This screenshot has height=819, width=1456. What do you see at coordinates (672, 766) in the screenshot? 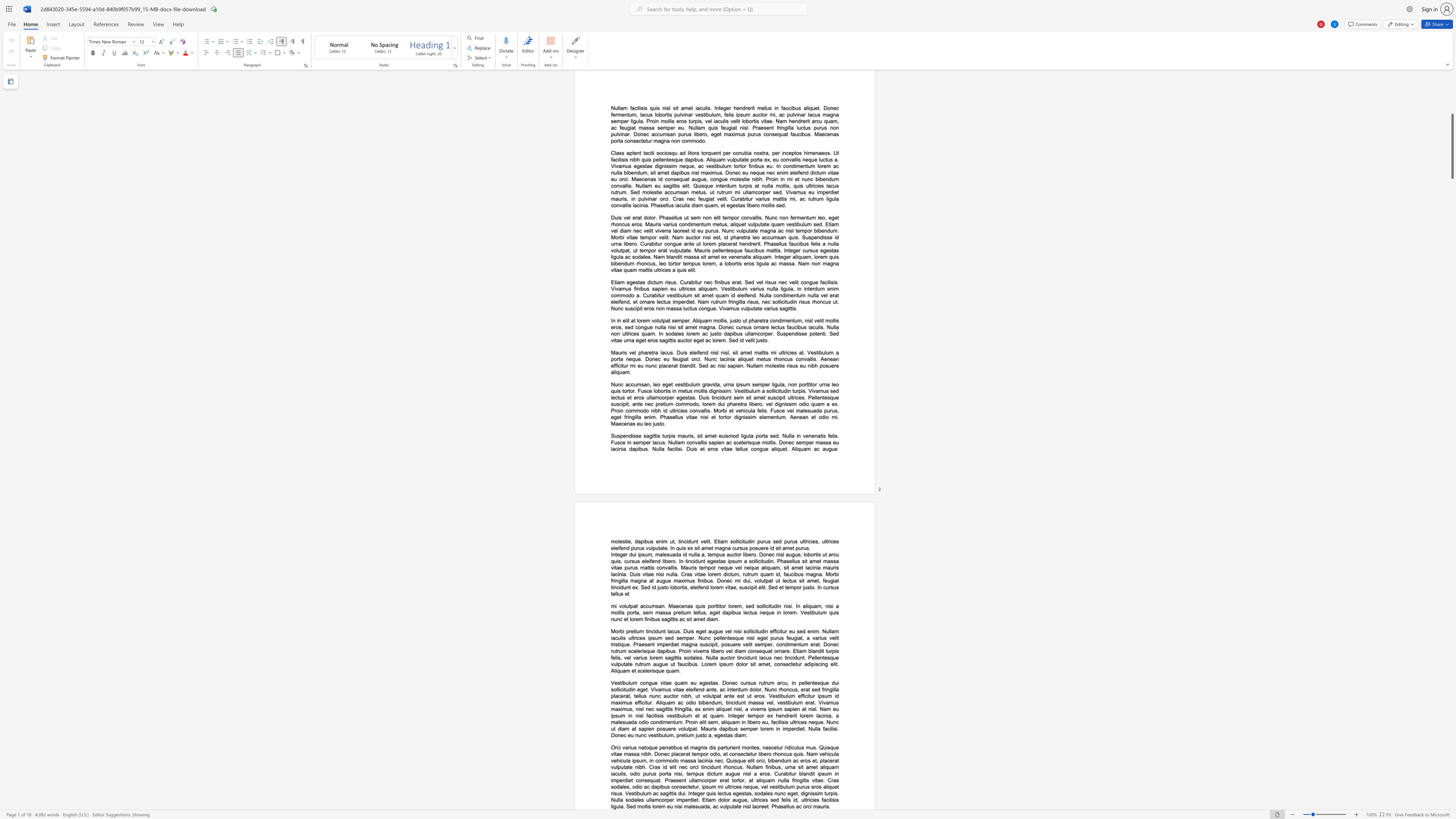
I see `the subset text "lit nec orci tincidu" within the text "Orci varius natoque penatibus et magnis dis parturient montes, nascetur ridiculus mus. Quisque vitae massa nibh. Donec placerat tempor odio, et consectetur libero rhoncus quis. Nam vehicula vehicula ipsum, in commodo massa lacinia nec. Quisque elit orci, bibendum ac eros et, placerat vulputate nibh. Cras id elit nec orci tincidunt rhoncus. Nullam finibus, urna sit amet aliquam iaculis, odio purus porta nisi, tempus dictum augue nisl a eros. Curabitur blandit ipsum in imperdiet consequat. Praesent ullamcorper erat tortor, at aliquam nulla fringilla vitae. Cras sodales, odio ac dapibus consectetur, ipsum mi ultrices neque, vel vestibulum purus eros aliquet risus. Vestibulum ac sagittis dui. Integer quis lectus egestas, sodales nunc eget, dignissim turpis. Nulla sodales ullamcorper imperdiet. Etiam dolor augue, ultrices sed felis id, ultricies facilisis ligula. Sed mollis lorem eu nisi malesuada, ac vulputate nisl laoreet. Phasellus ac orci mauris."` at bounding box center [672, 766].